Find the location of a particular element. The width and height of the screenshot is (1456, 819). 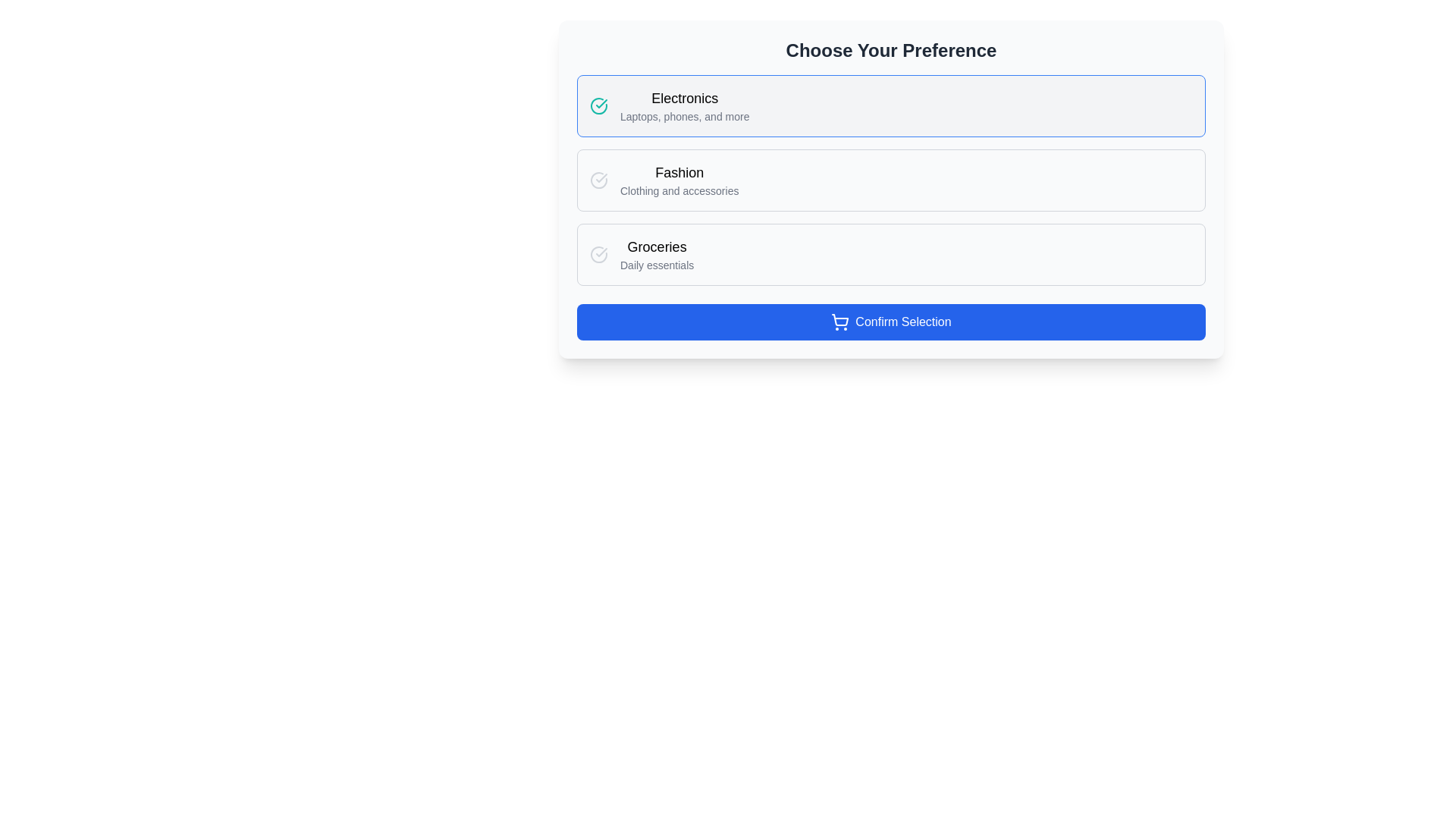

the 'Confirm Selection' button that contains the shopping cart icon, located at the leftmost side before the text 'Confirm Selection' is located at coordinates (839, 321).